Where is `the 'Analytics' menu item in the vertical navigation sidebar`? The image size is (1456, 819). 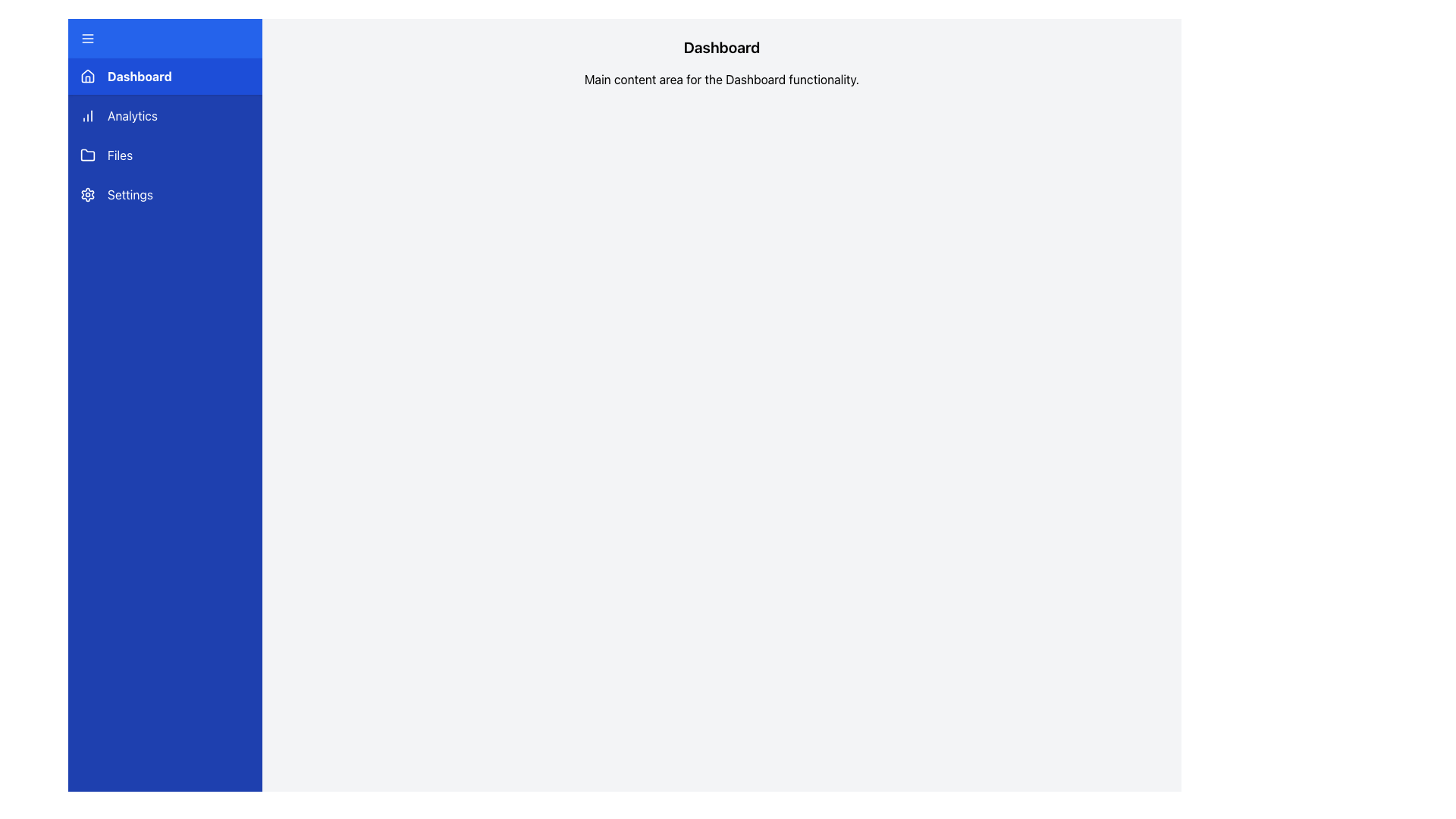 the 'Analytics' menu item in the vertical navigation sidebar is located at coordinates (165, 115).